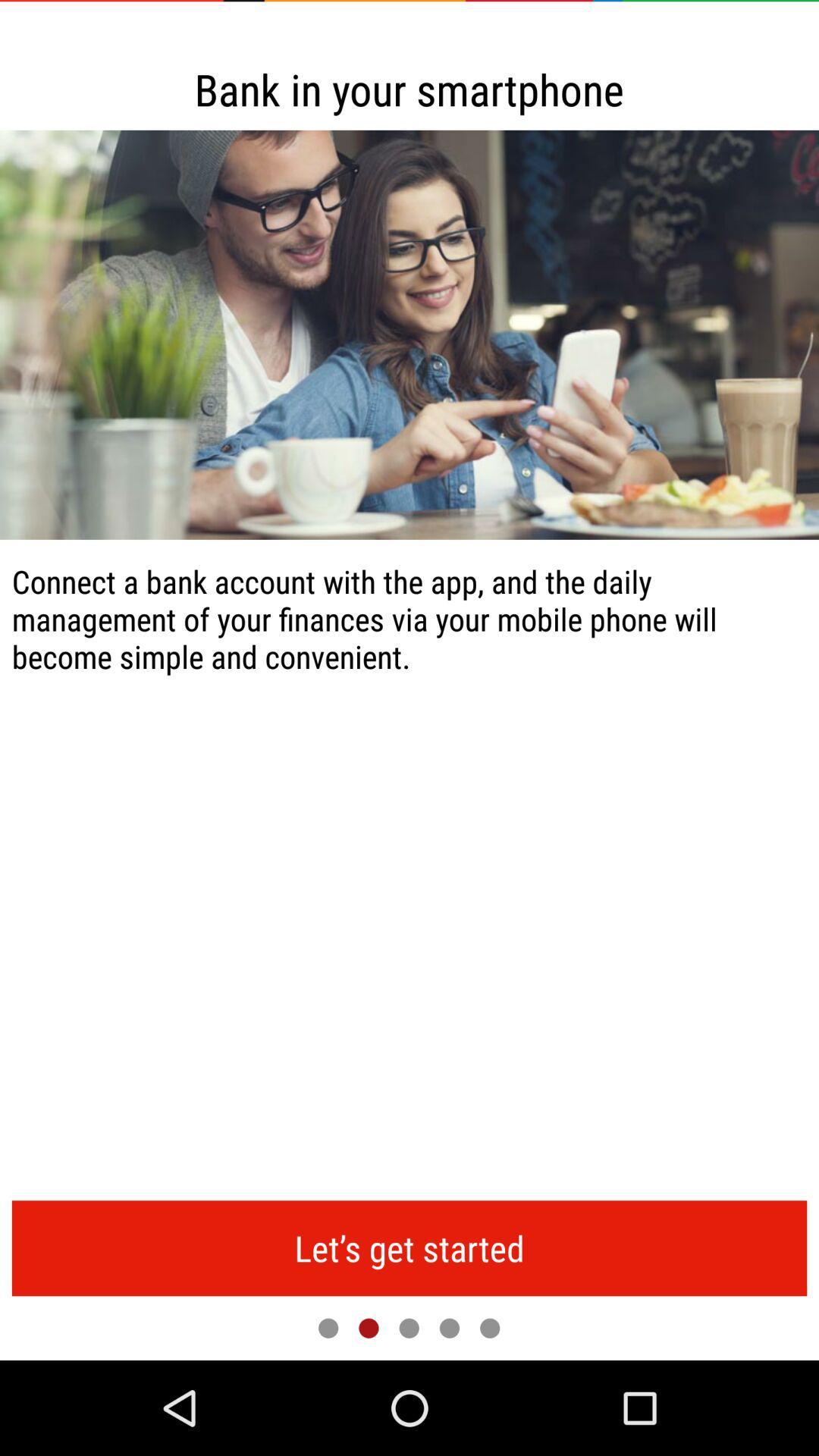  What do you see at coordinates (369, 1327) in the screenshot?
I see `remain on current slide` at bounding box center [369, 1327].